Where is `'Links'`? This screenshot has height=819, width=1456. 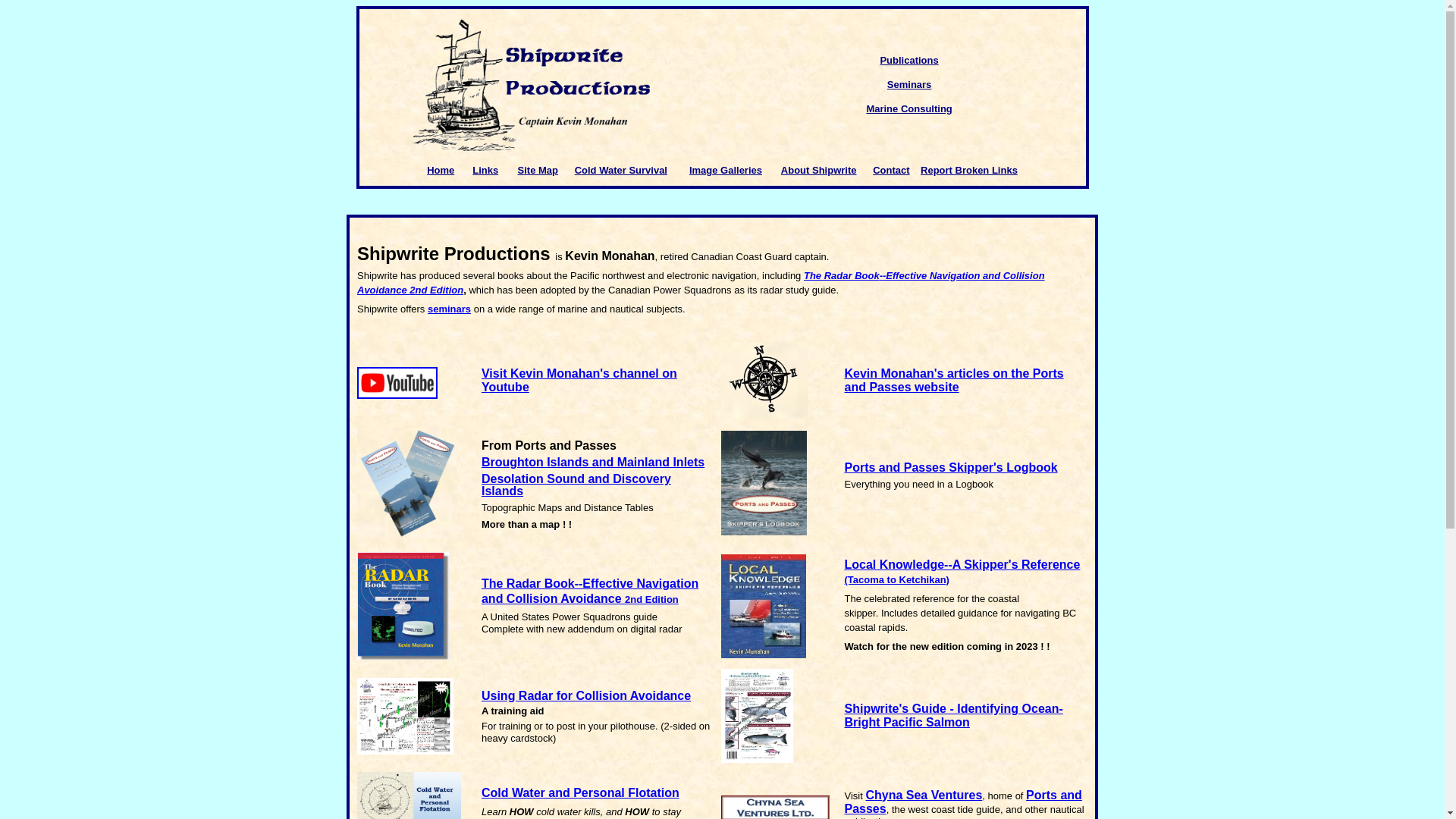
'Links' is located at coordinates (484, 170).